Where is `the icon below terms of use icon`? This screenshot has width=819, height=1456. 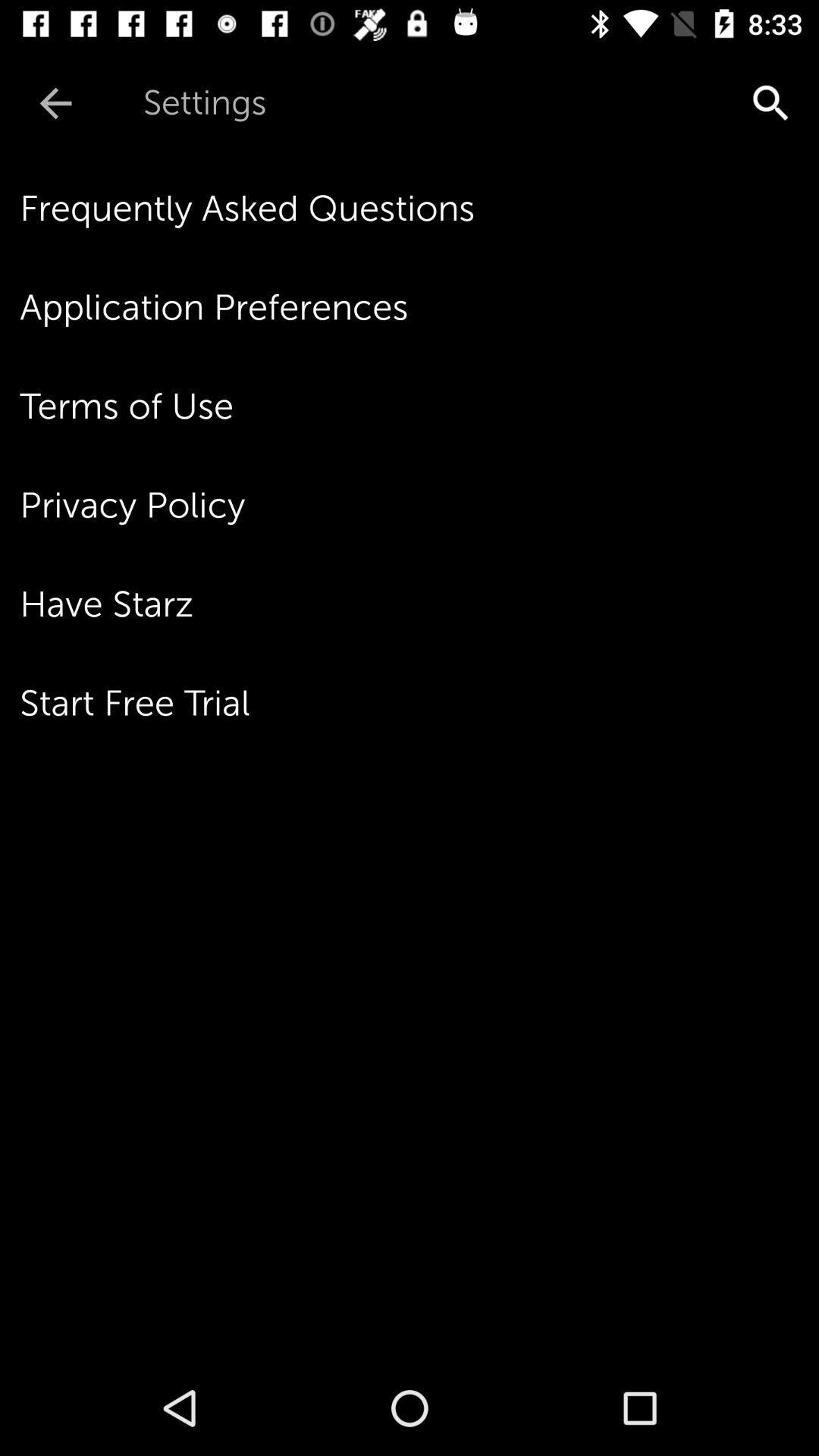 the icon below terms of use icon is located at coordinates (419, 505).